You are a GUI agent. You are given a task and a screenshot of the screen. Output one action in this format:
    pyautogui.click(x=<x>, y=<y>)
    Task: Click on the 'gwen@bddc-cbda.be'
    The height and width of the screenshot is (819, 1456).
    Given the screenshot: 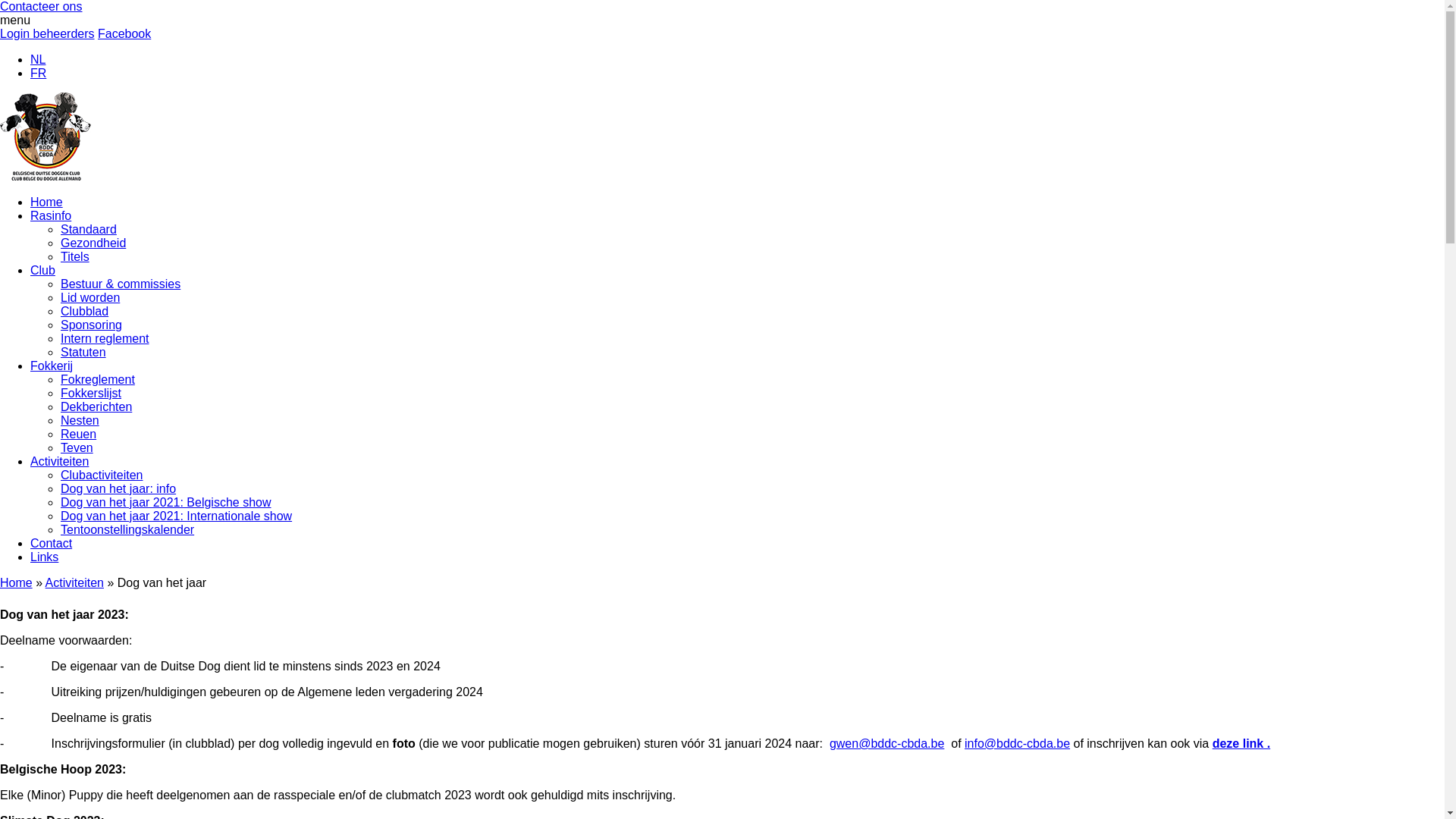 What is the action you would take?
    pyautogui.click(x=886, y=742)
    